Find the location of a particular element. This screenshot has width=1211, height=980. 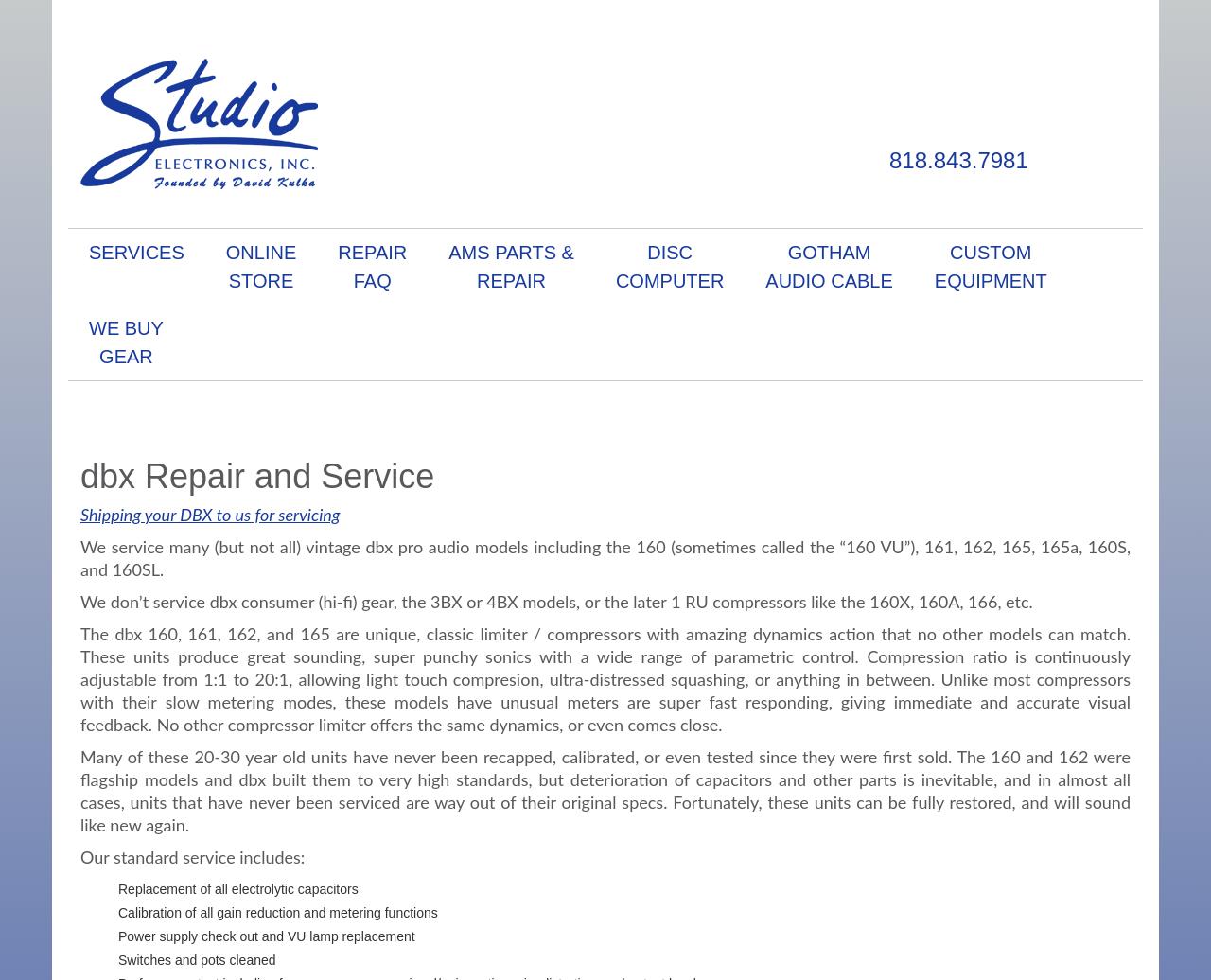

'We Buy' is located at coordinates (124, 327).